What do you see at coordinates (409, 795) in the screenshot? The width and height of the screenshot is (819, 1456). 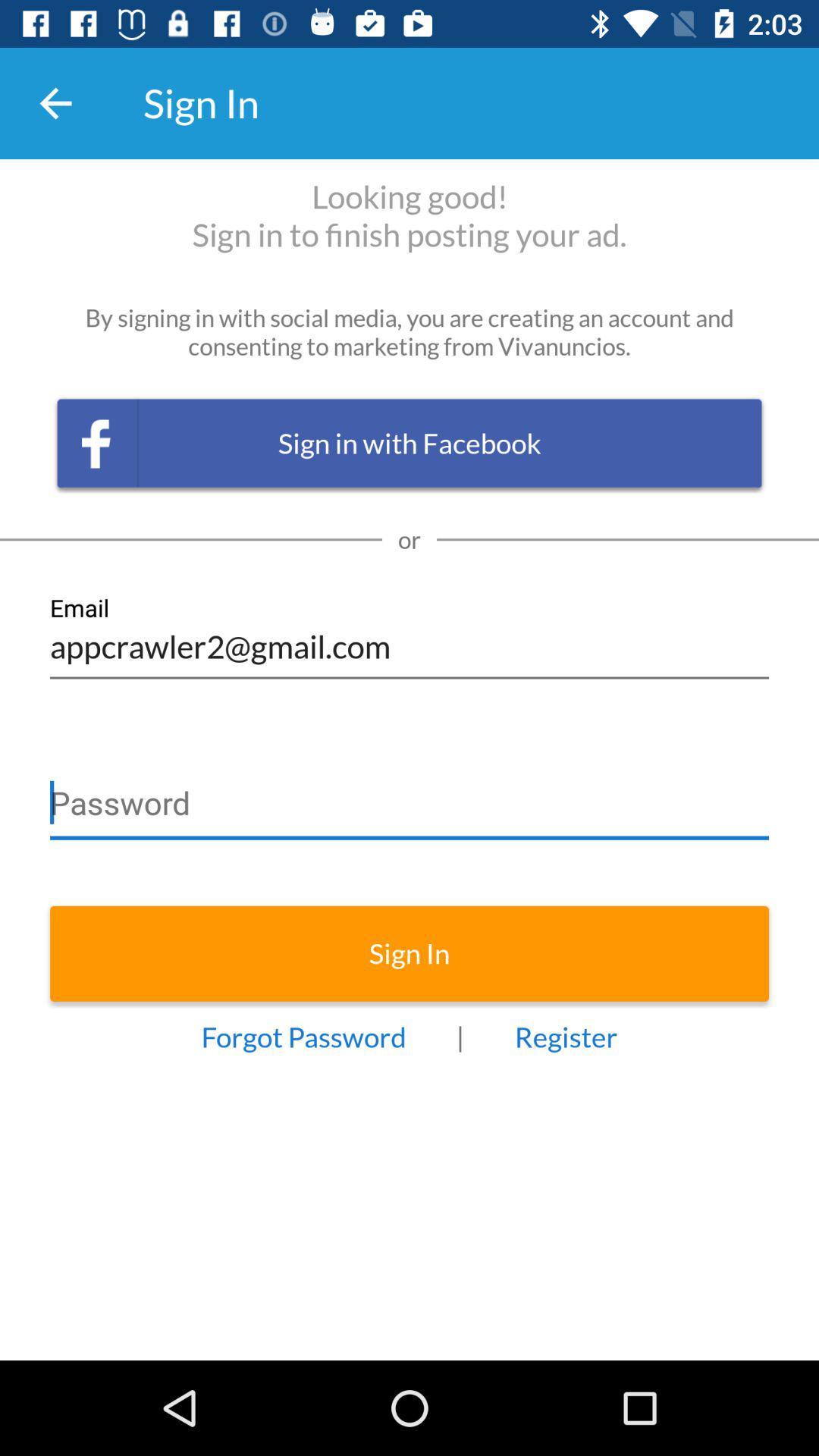 I see `password row` at bounding box center [409, 795].